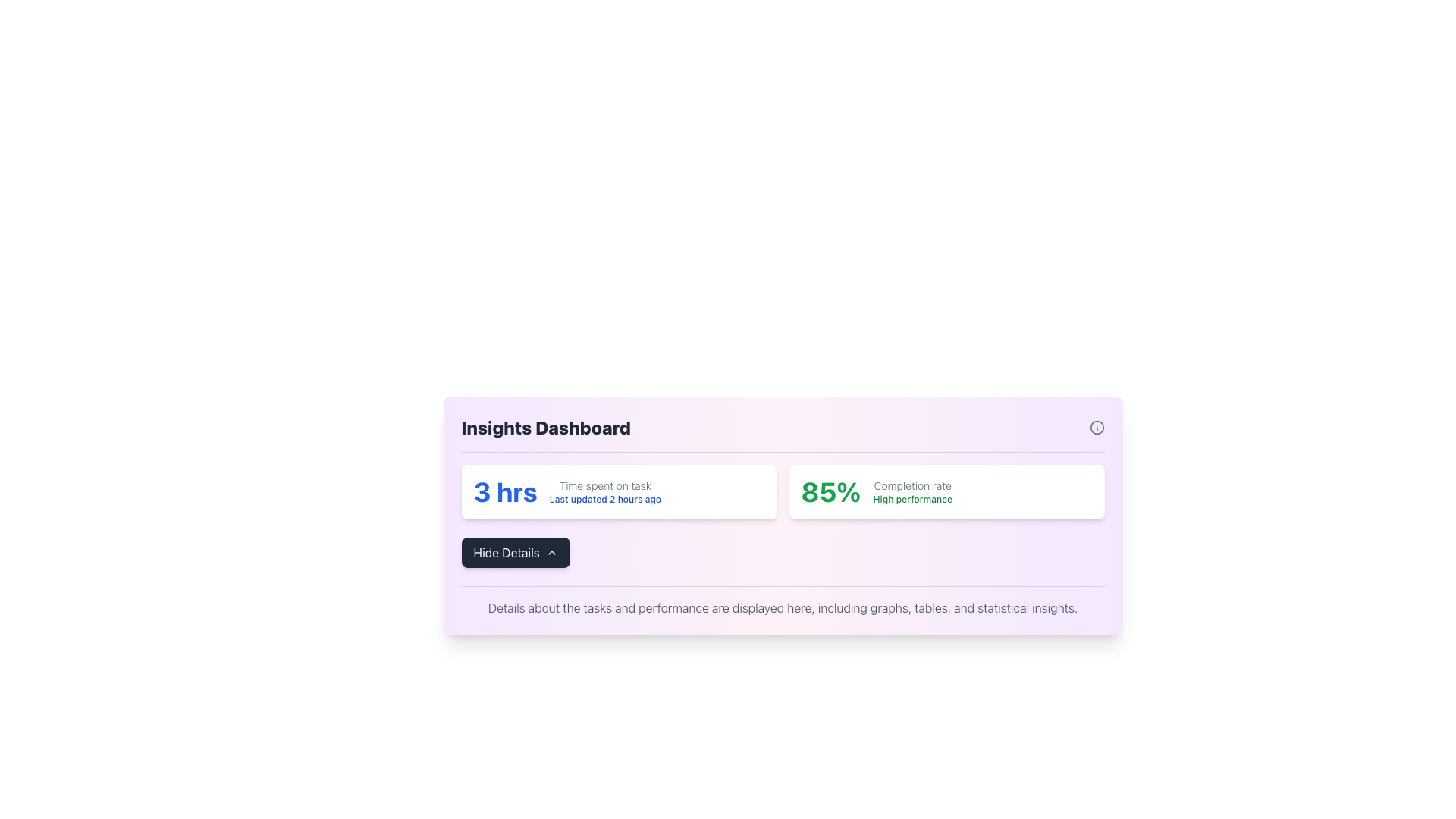 This screenshot has width=1456, height=819. I want to click on the text label that provides information about the task's duration and the timestamp of its last update, located to the right of the large blue text '3 hrs' within a rectangular white card, so click(604, 491).